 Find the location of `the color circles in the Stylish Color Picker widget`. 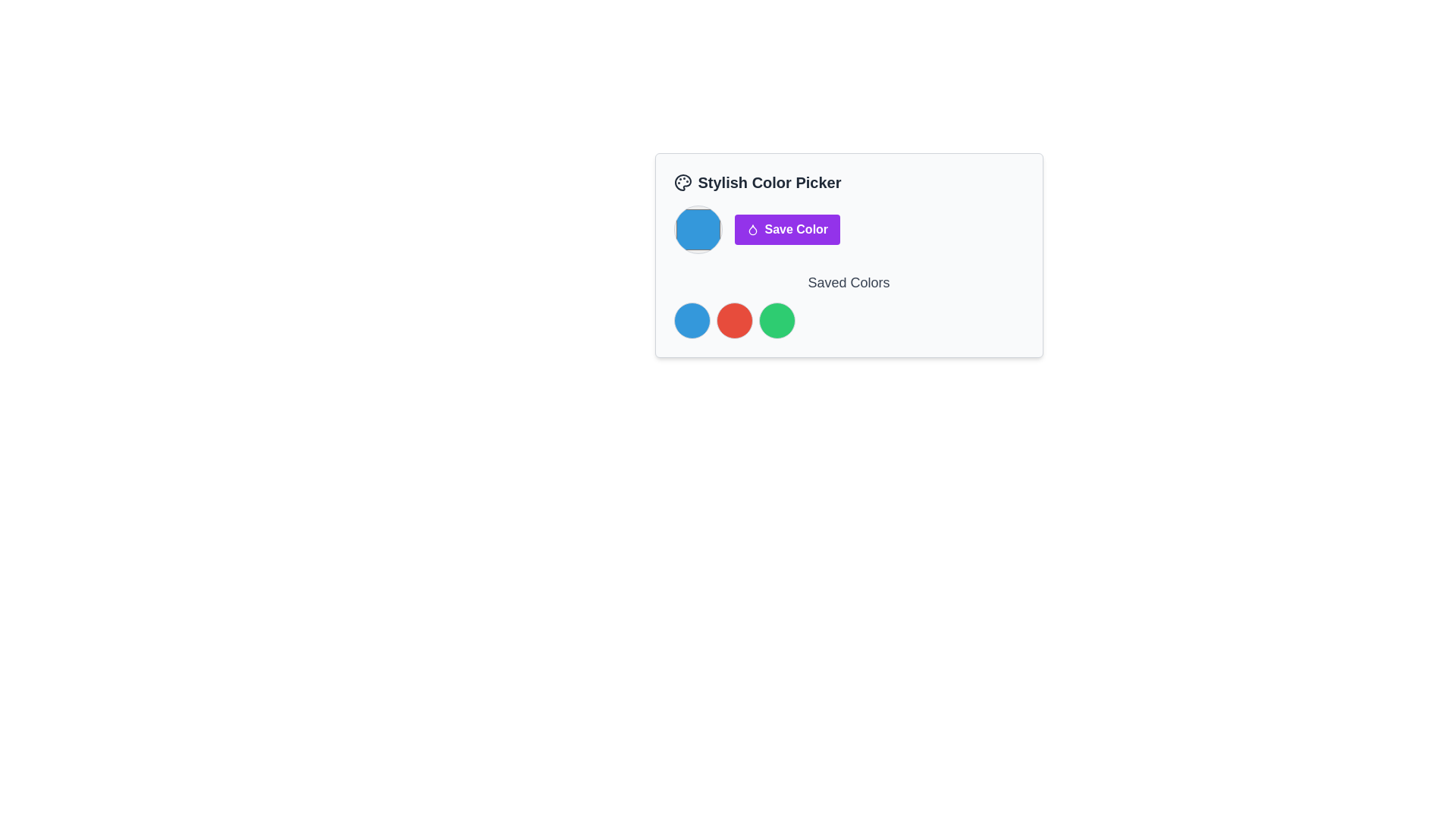

the color circles in the Stylish Color Picker widget is located at coordinates (848, 254).